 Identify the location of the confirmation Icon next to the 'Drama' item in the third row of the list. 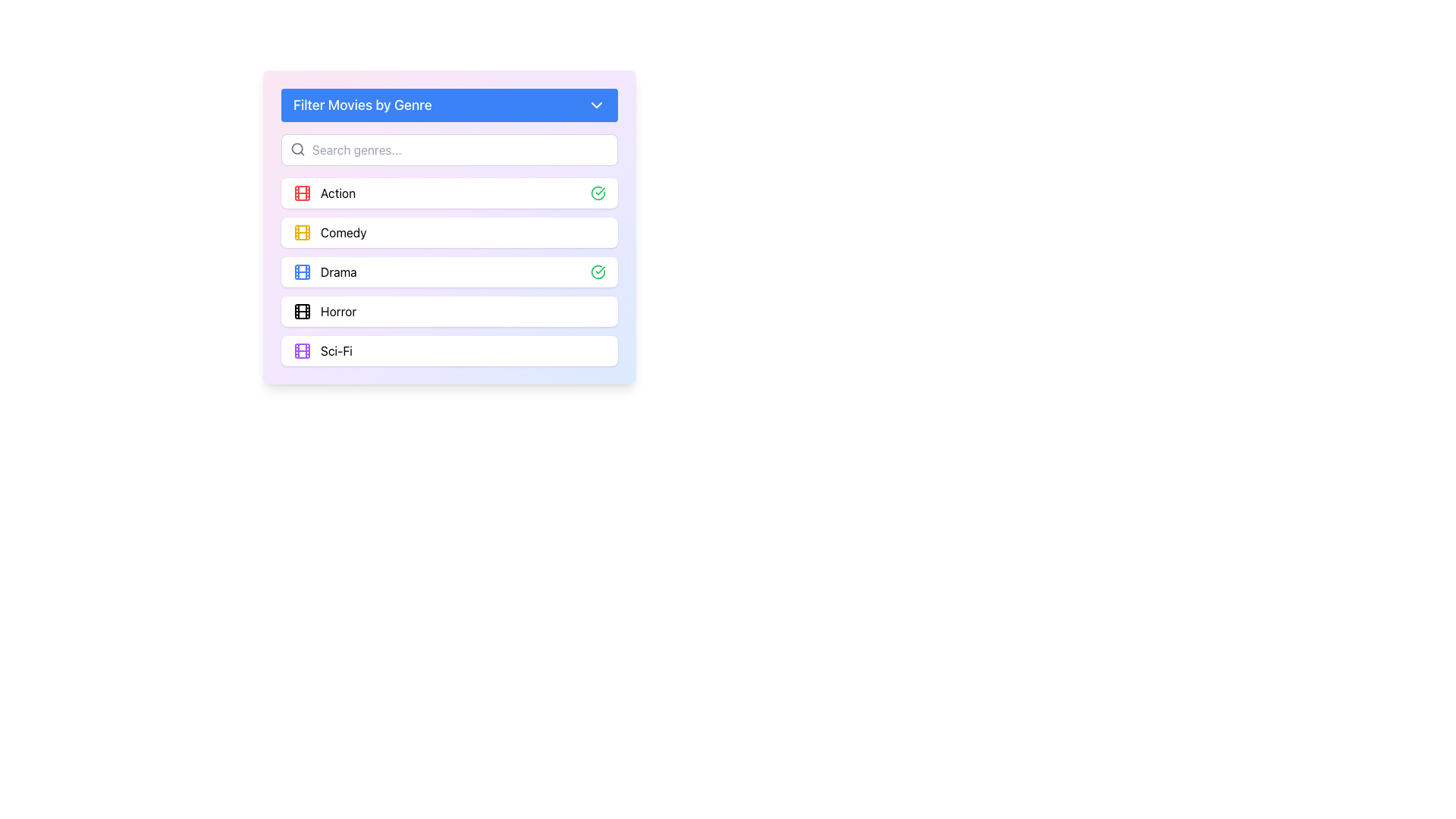
(597, 192).